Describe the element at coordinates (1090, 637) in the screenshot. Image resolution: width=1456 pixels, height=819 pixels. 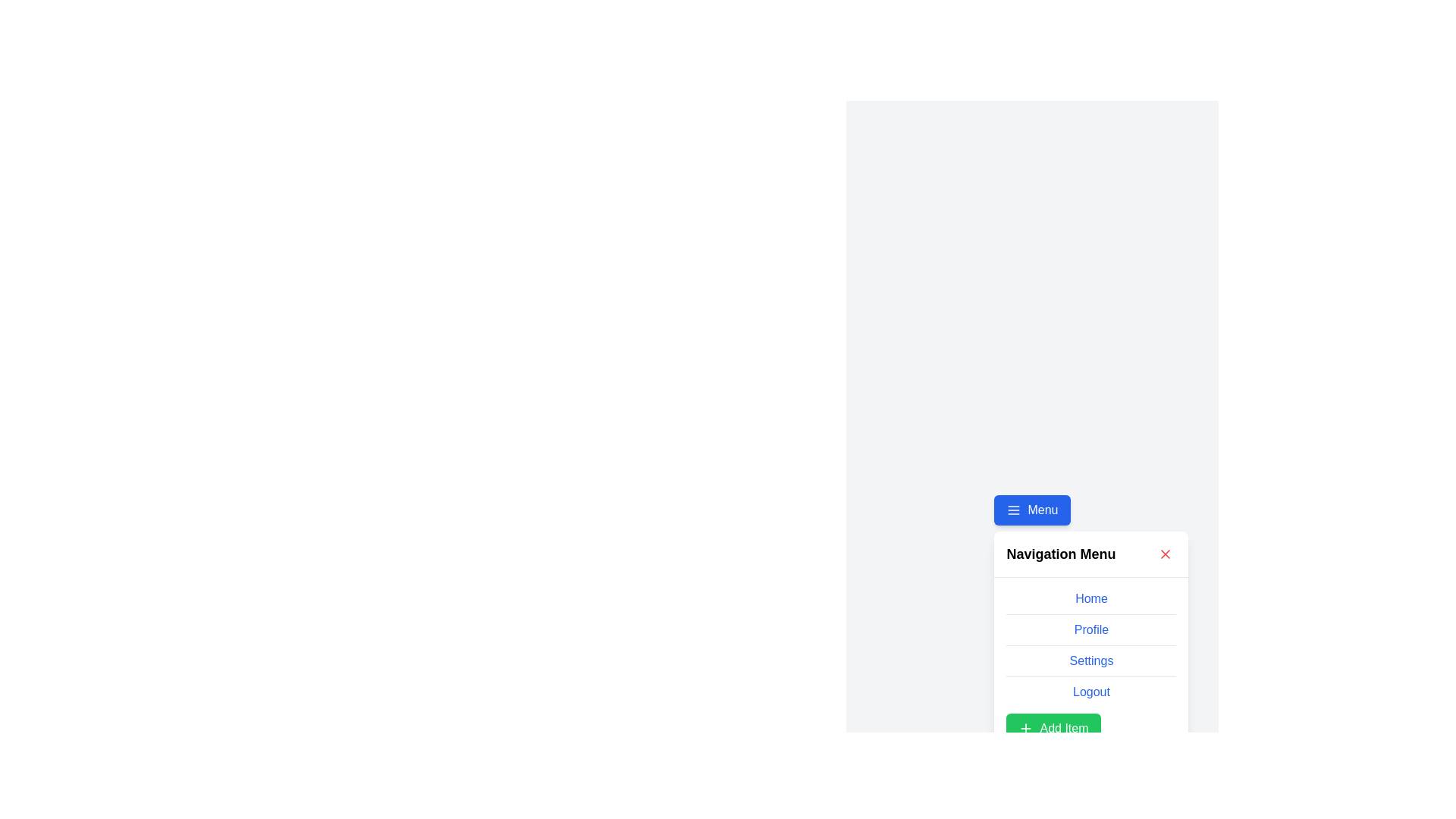
I see `the 'Profile' hyperlink, which is the second item in a vertical dropdown menu located on the right-hand side of the page` at that location.